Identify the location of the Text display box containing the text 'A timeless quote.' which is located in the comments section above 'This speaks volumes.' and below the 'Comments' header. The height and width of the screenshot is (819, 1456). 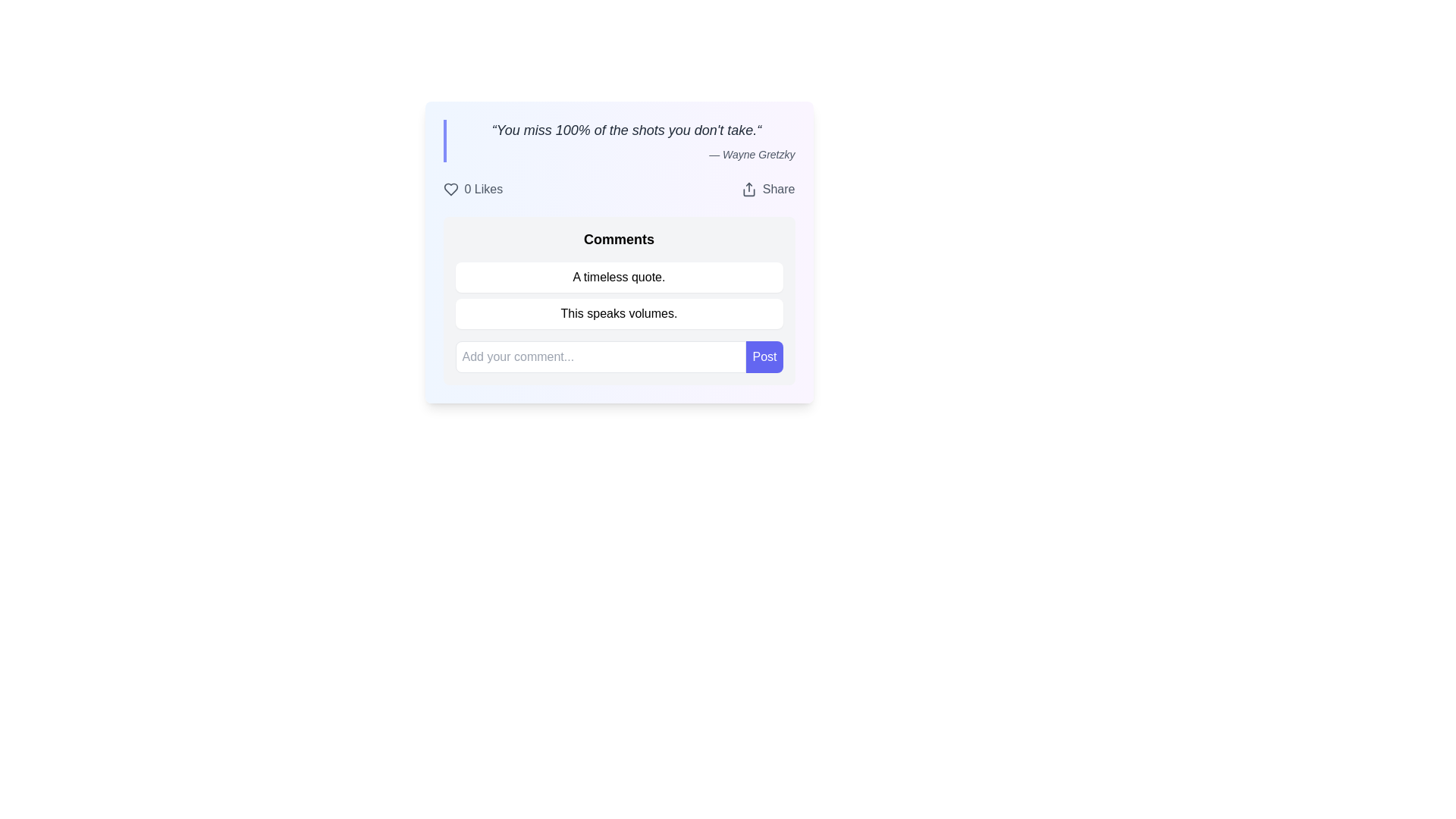
(619, 278).